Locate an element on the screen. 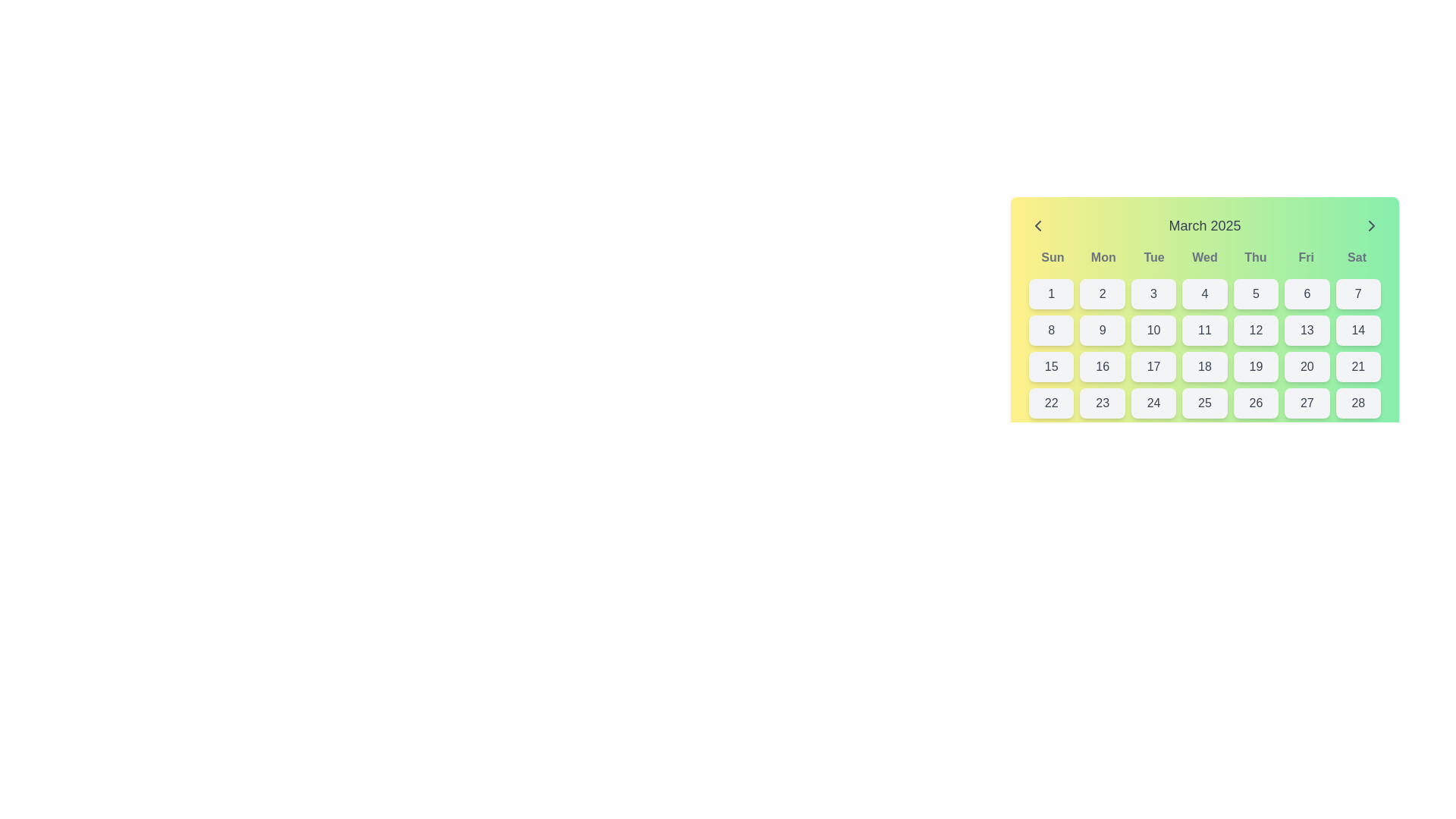 This screenshot has width=1456, height=819. the button representing the date '28' in the calendar grid is located at coordinates (1358, 403).